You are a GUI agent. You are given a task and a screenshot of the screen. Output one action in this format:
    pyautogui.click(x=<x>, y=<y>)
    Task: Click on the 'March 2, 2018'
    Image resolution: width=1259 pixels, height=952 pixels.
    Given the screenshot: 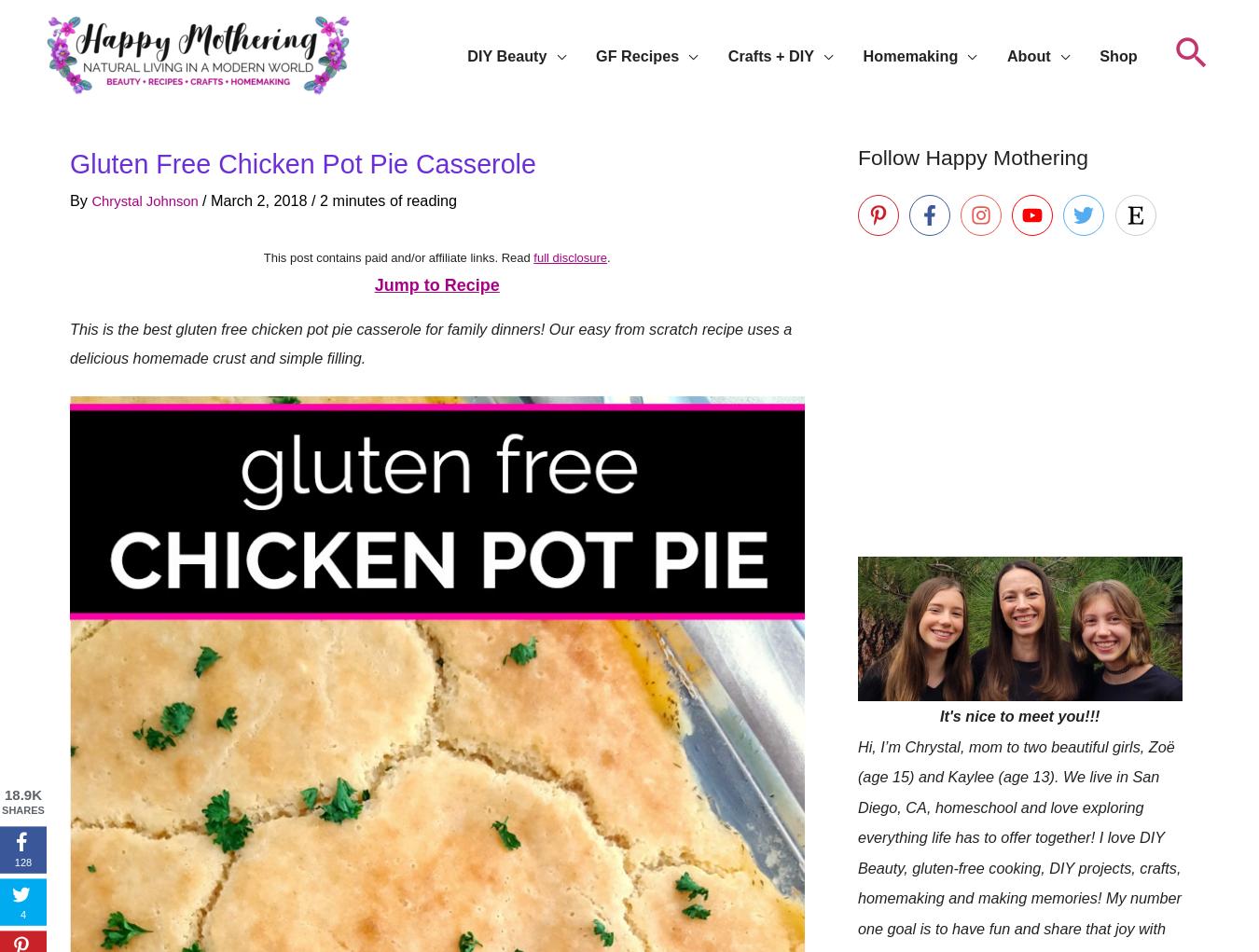 What is the action you would take?
    pyautogui.click(x=270, y=200)
    